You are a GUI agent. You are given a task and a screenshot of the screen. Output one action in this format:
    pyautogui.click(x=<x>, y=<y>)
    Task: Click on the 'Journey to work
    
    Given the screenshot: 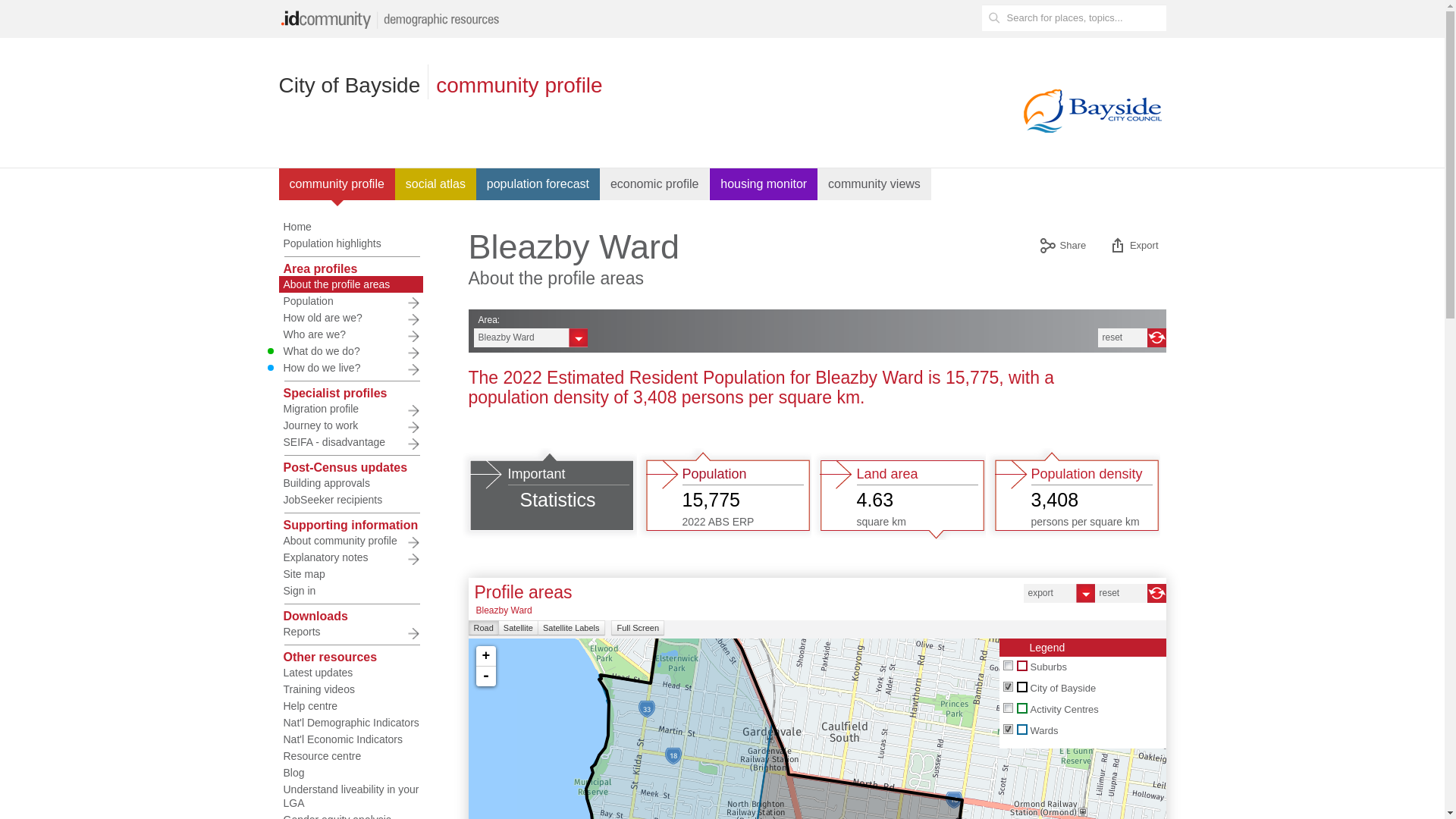 What is the action you would take?
    pyautogui.click(x=350, y=425)
    